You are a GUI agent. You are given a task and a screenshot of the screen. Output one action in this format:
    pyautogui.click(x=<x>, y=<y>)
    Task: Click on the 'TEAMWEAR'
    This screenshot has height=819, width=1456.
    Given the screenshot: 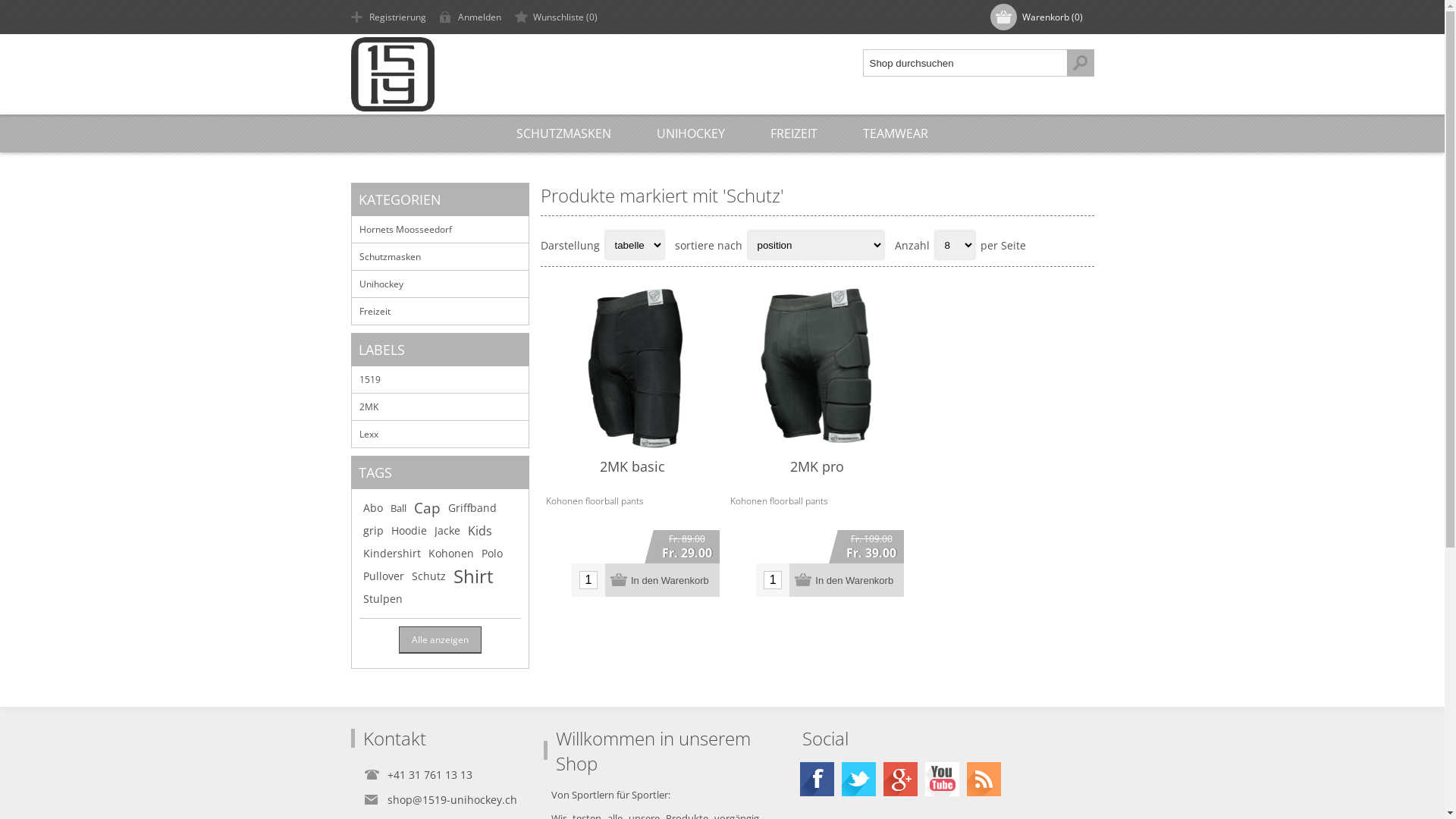 What is the action you would take?
    pyautogui.click(x=839, y=133)
    